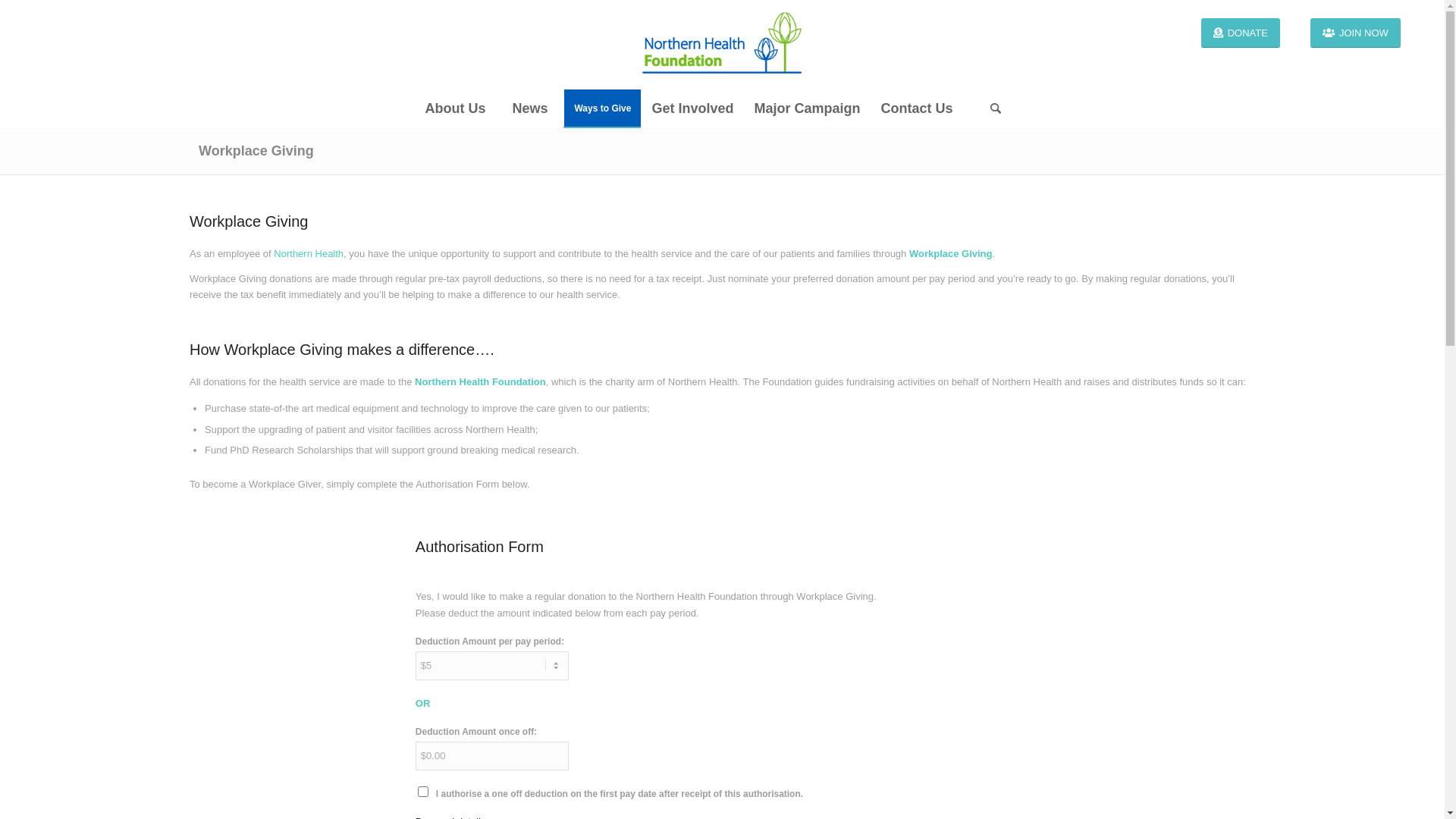 This screenshot has width=1456, height=819. What do you see at coordinates (805, 107) in the screenshot?
I see `'Major Campaign'` at bounding box center [805, 107].